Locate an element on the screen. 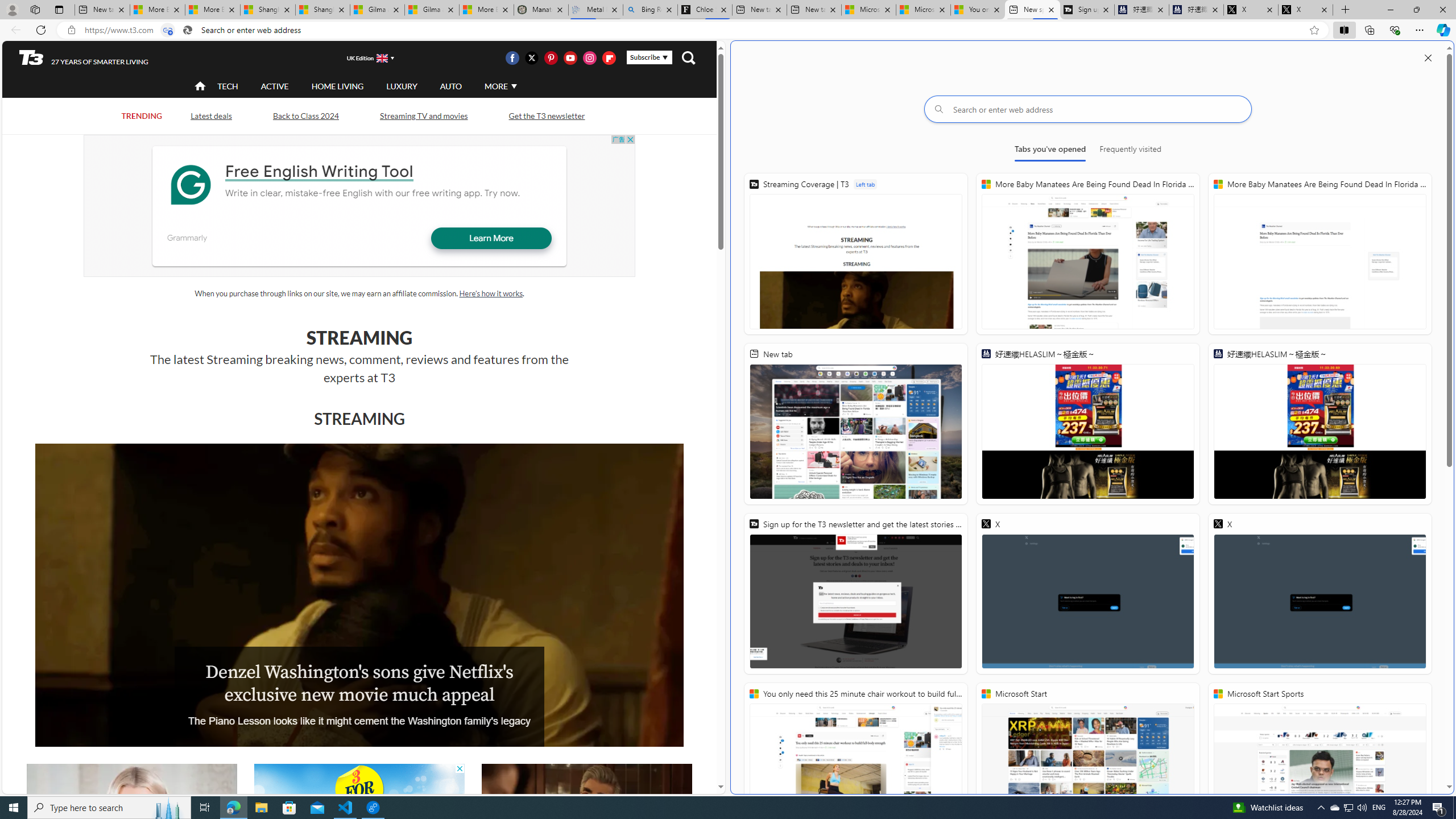 The height and width of the screenshot is (819, 1456). 'Close split screen' is located at coordinates (1428, 57).